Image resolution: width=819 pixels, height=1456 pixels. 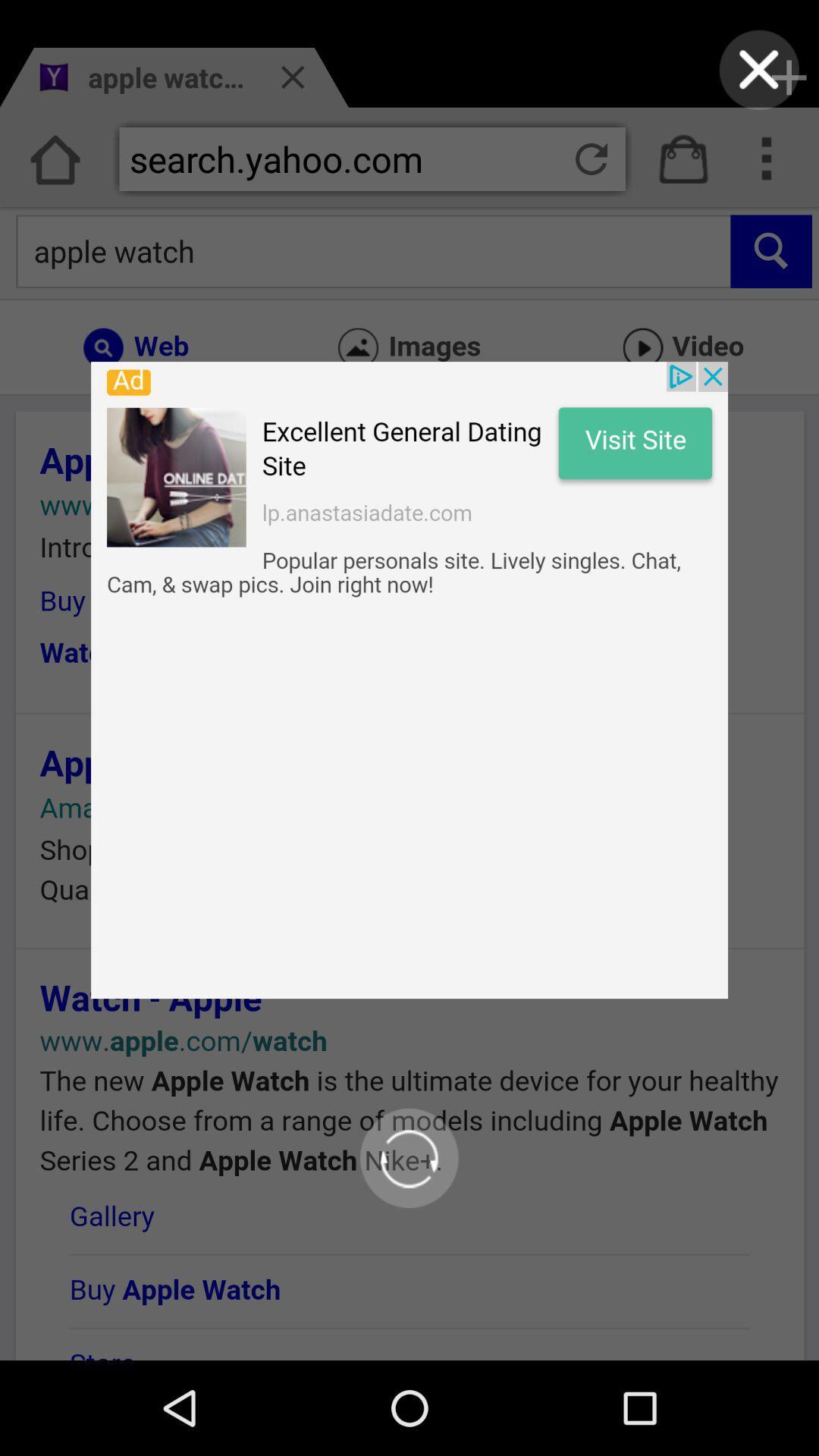 I want to click on the close icon, so click(x=759, y=74).